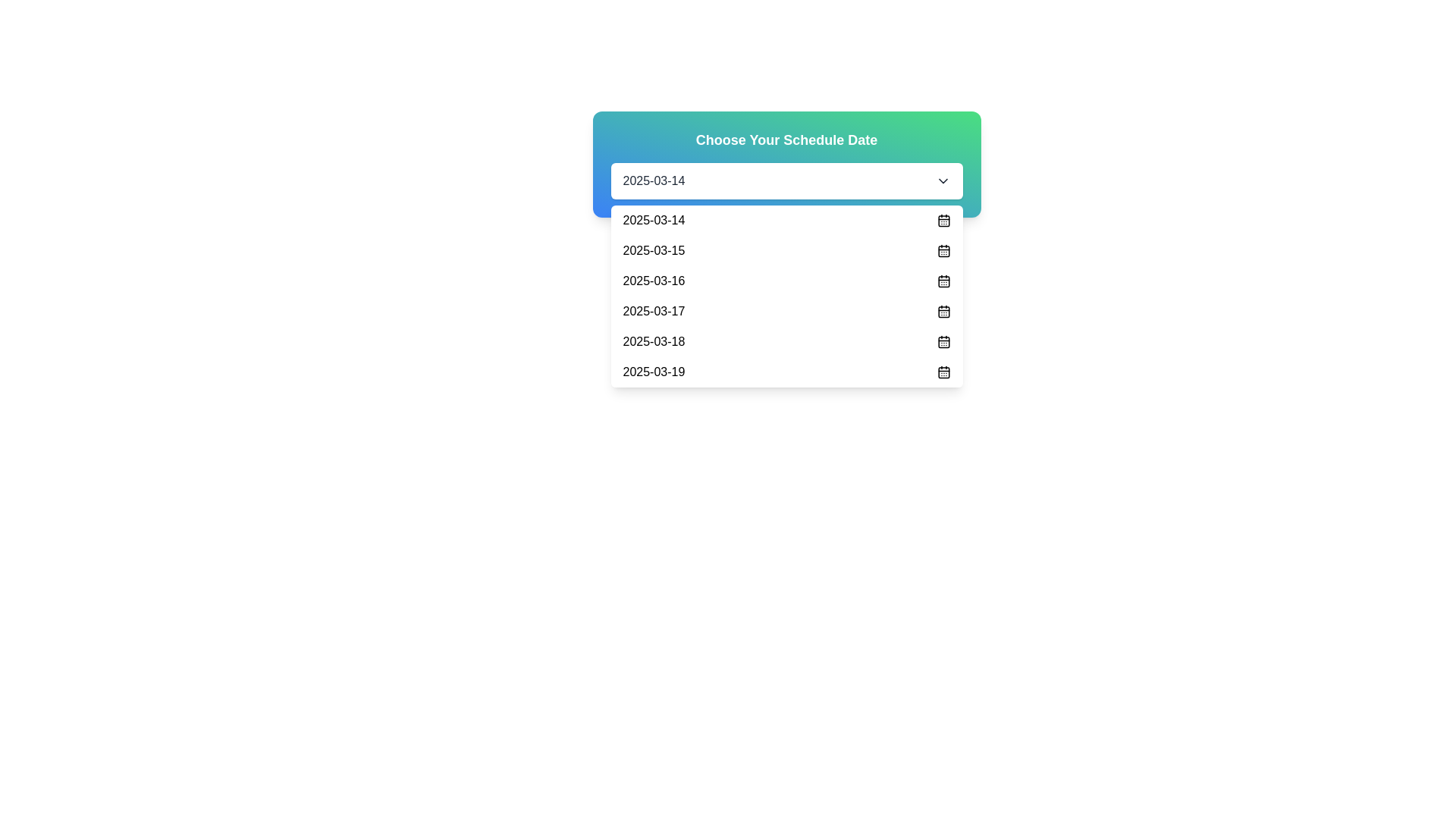 The width and height of the screenshot is (1456, 819). Describe the element at coordinates (786, 296) in the screenshot. I see `the dropdown menu item labeled '2025-03-16'` at that location.